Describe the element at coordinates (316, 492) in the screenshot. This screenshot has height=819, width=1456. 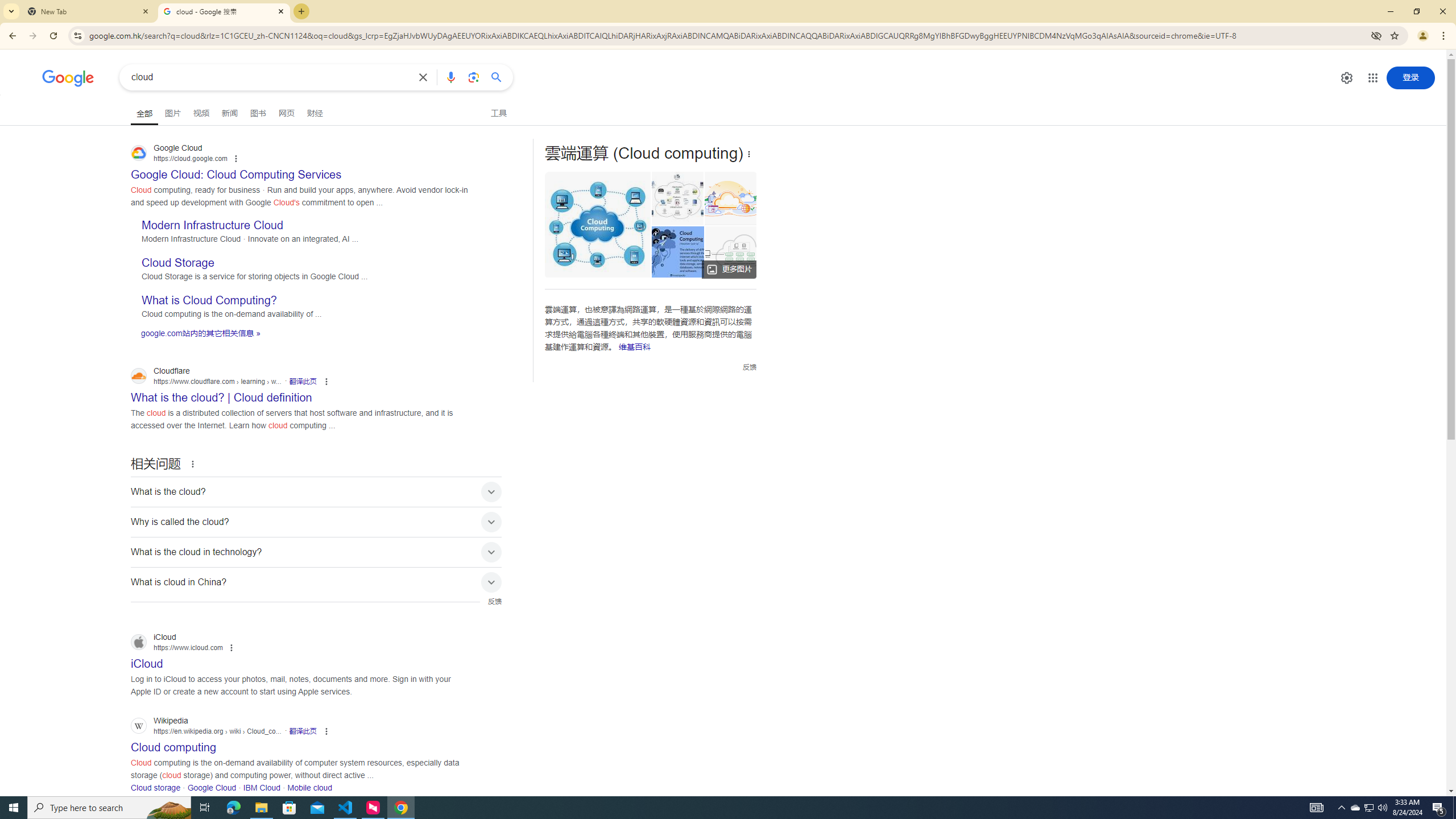
I see `'What is the cloud?'` at that location.